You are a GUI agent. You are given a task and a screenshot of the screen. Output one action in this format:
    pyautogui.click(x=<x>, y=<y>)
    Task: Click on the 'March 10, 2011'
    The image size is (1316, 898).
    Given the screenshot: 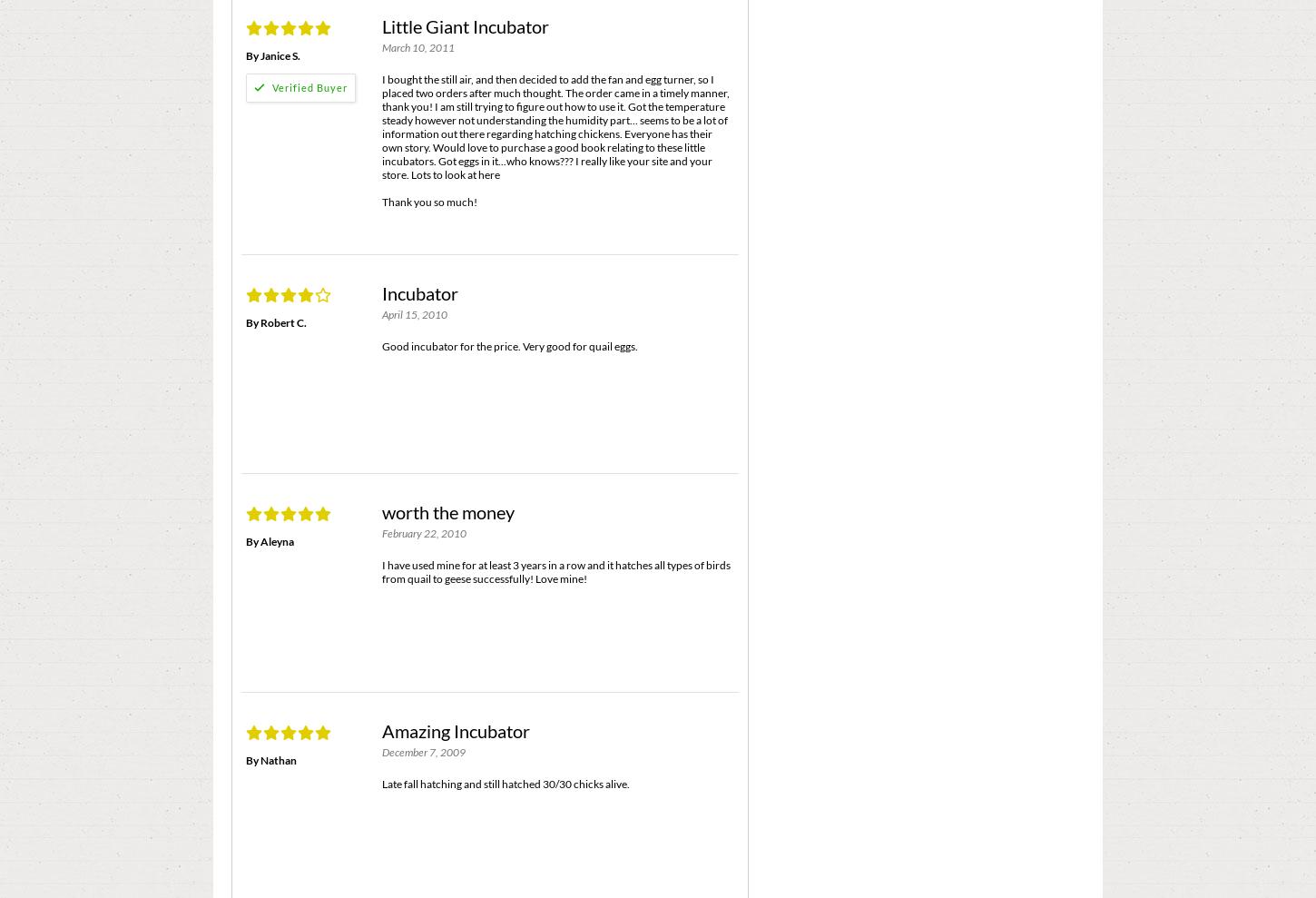 What is the action you would take?
    pyautogui.click(x=417, y=46)
    